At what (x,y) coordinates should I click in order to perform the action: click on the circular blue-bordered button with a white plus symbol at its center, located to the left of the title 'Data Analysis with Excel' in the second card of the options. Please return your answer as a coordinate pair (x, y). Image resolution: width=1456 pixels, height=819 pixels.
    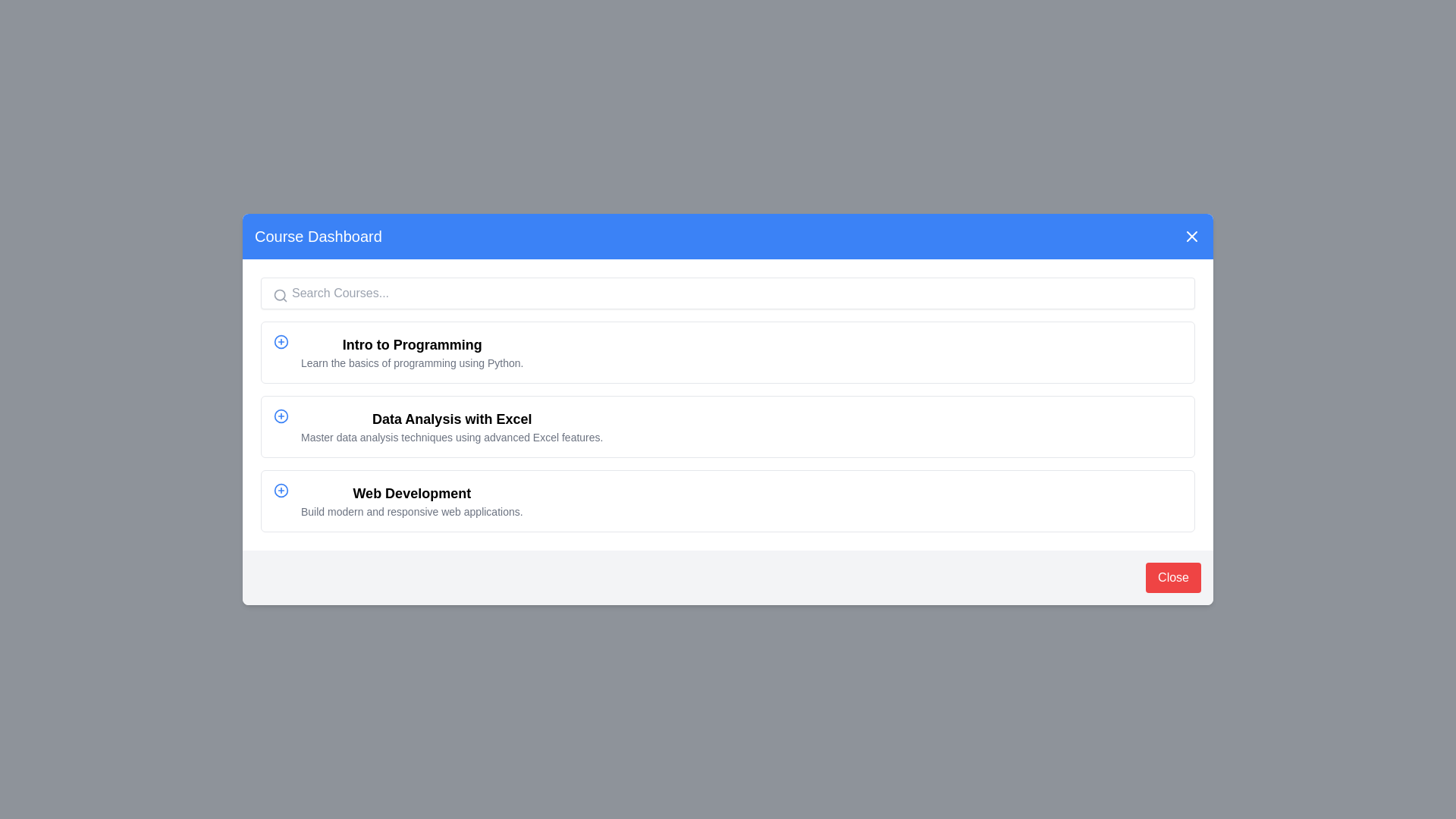
    Looking at the image, I should click on (281, 416).